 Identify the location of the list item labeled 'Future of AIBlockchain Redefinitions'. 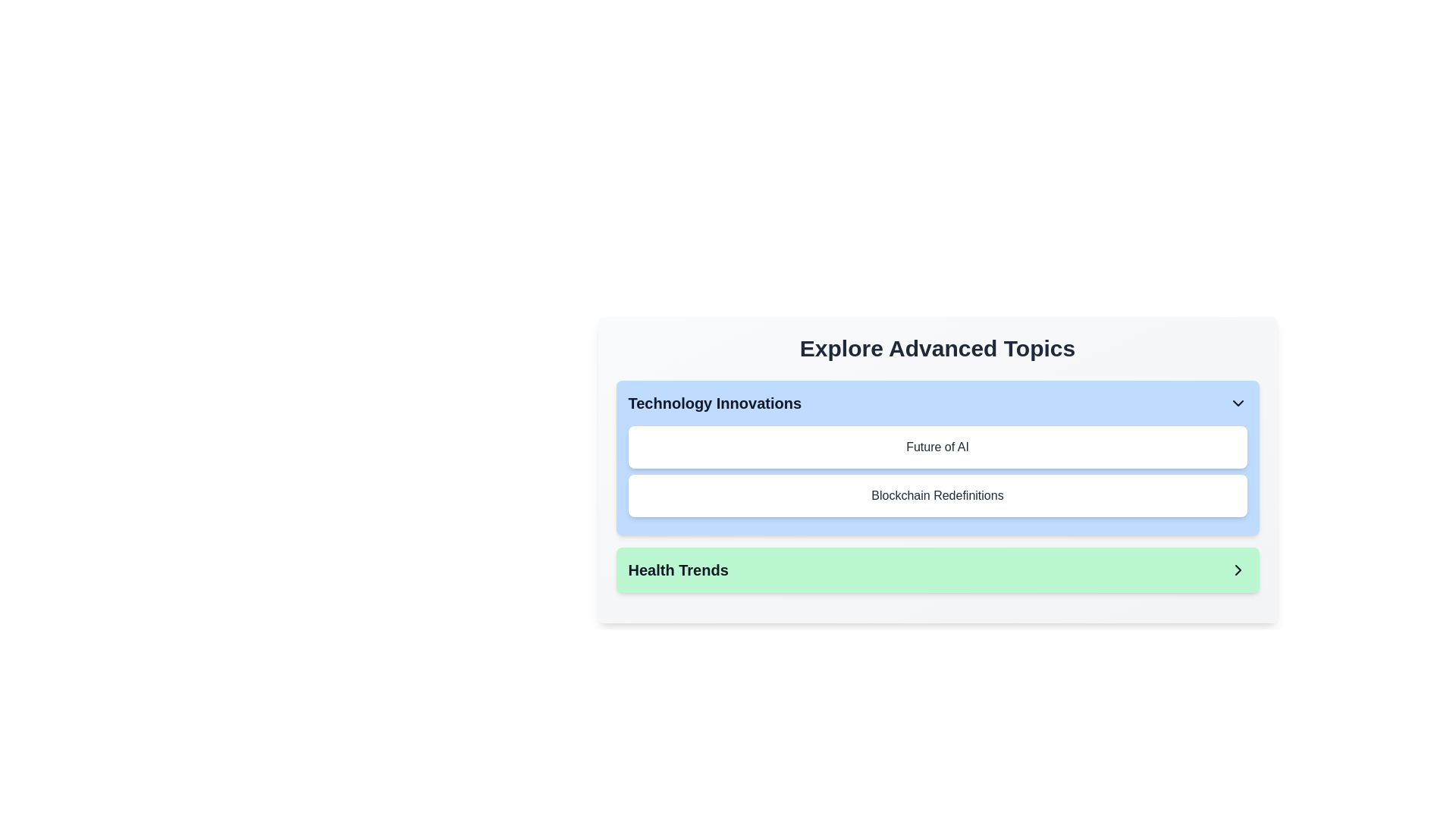
(937, 470).